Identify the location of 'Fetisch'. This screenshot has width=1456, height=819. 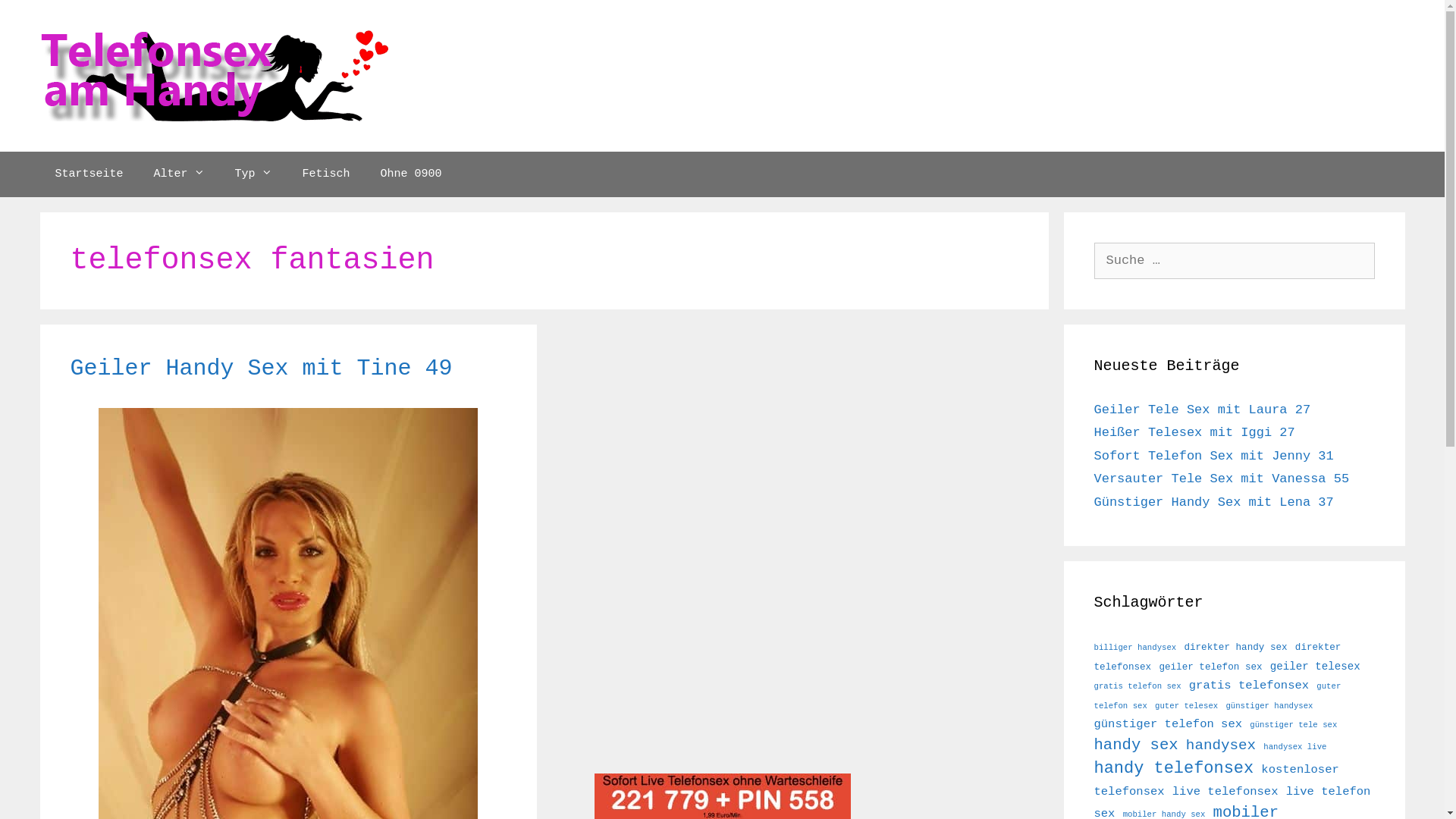
(325, 174).